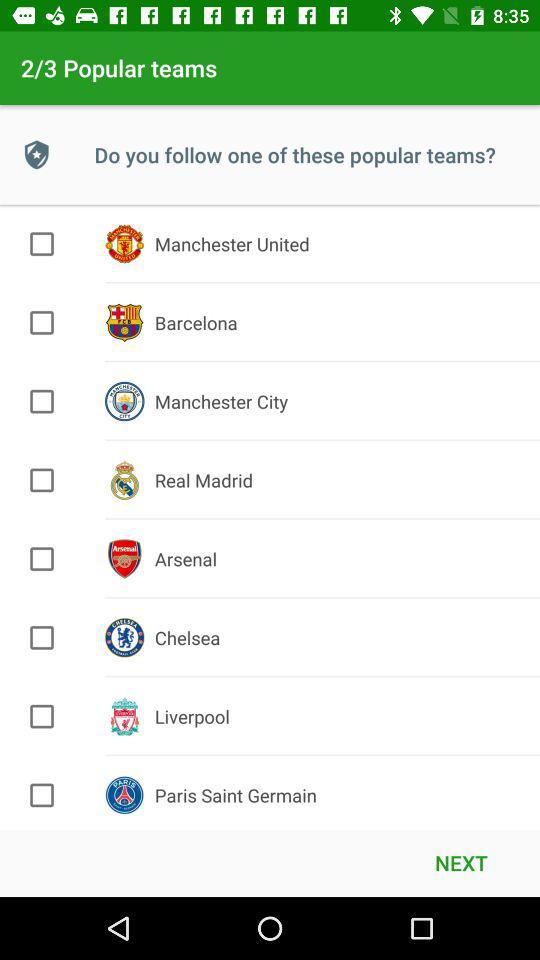 Image resolution: width=540 pixels, height=960 pixels. What do you see at coordinates (42, 401) in the screenshot?
I see `third check box from top` at bounding box center [42, 401].